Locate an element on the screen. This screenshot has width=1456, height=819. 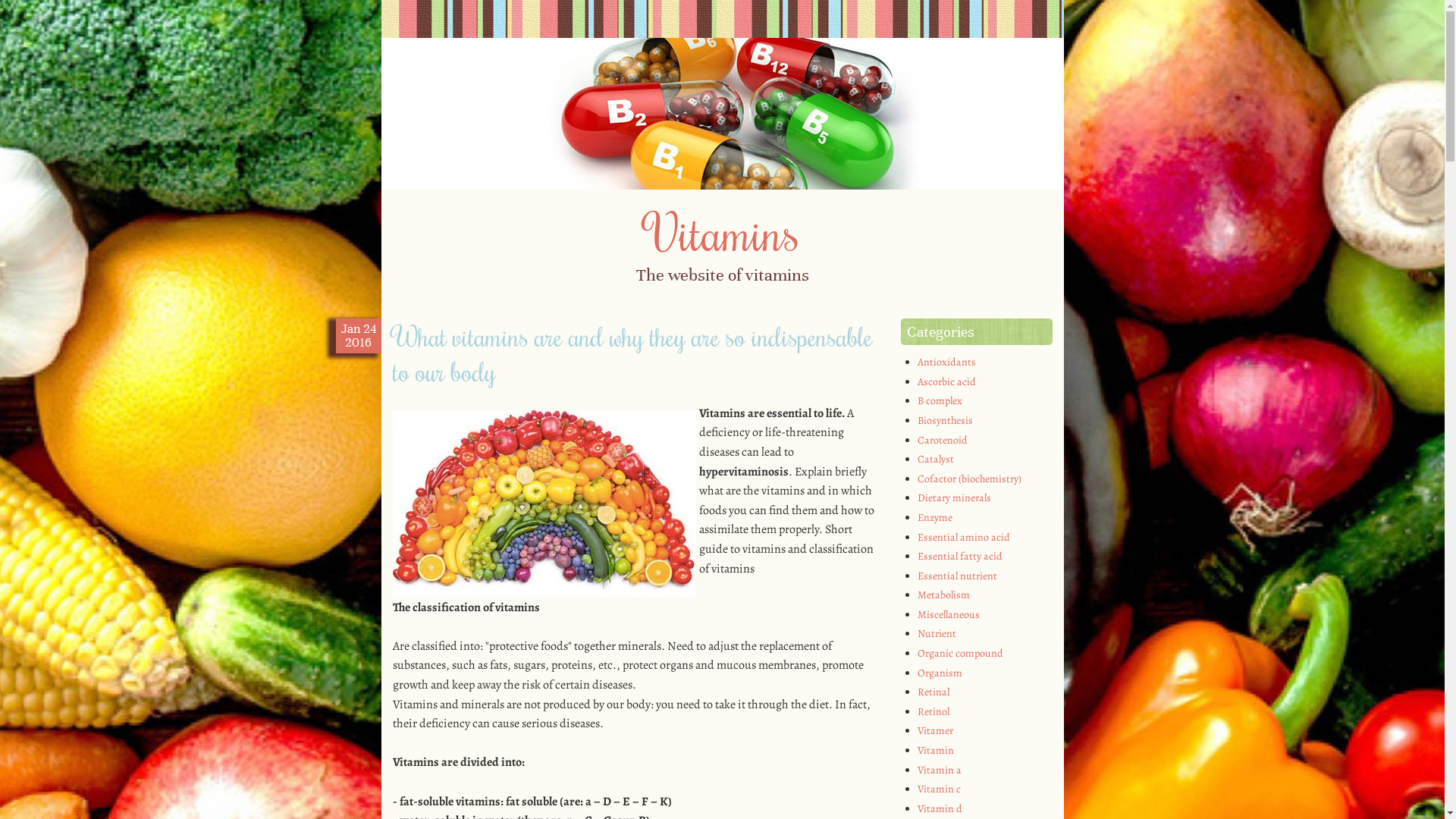
'Essential amino acid' is located at coordinates (963, 535).